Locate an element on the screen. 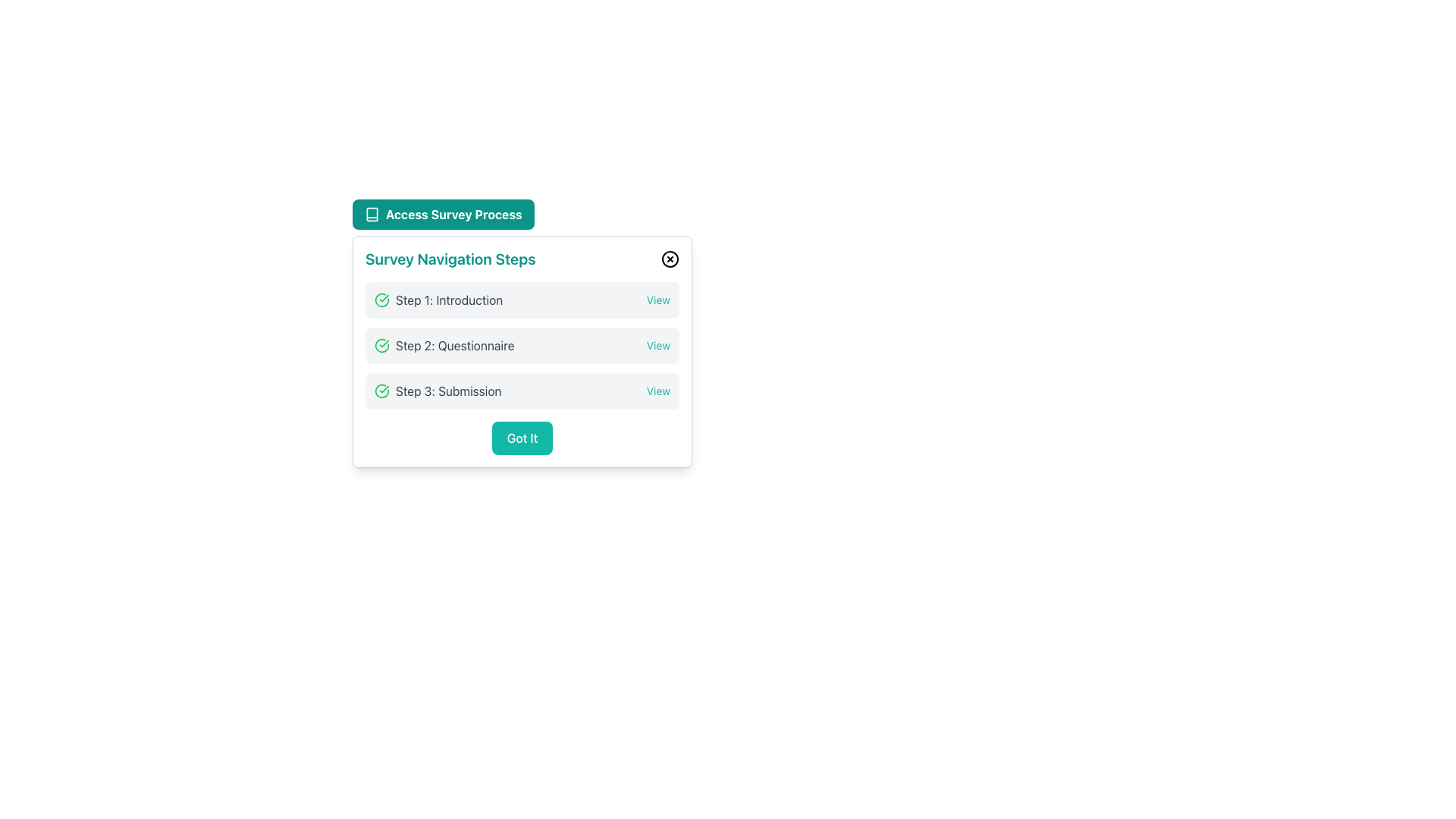  the completion status icon located in the second step of the survey navigation, following the text 'Step 2: Questionnaire' is located at coordinates (382, 345).